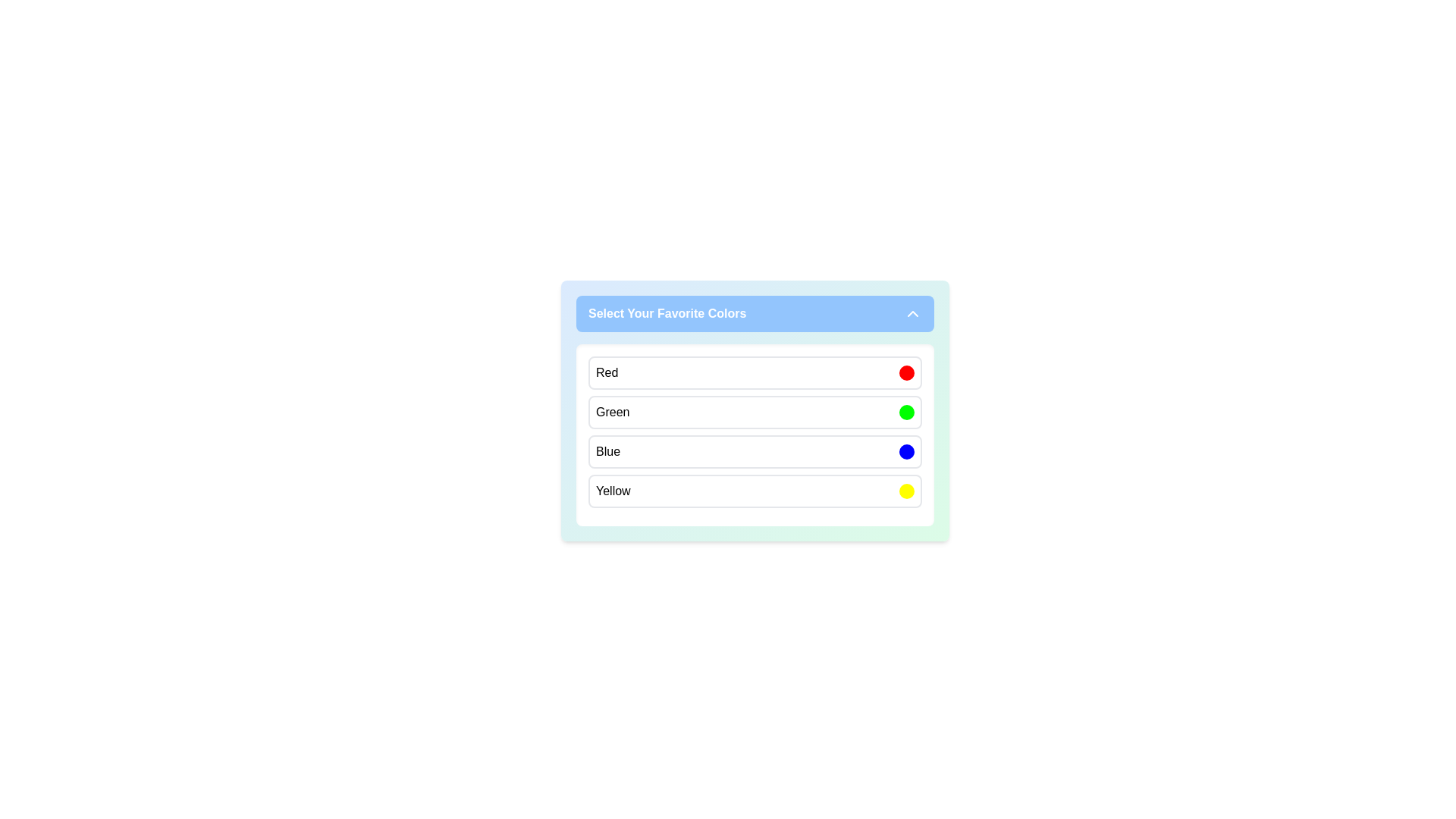  I want to click on the visual indicator, a small green circle located to the far right of the list item labeled 'Green', so click(906, 412).